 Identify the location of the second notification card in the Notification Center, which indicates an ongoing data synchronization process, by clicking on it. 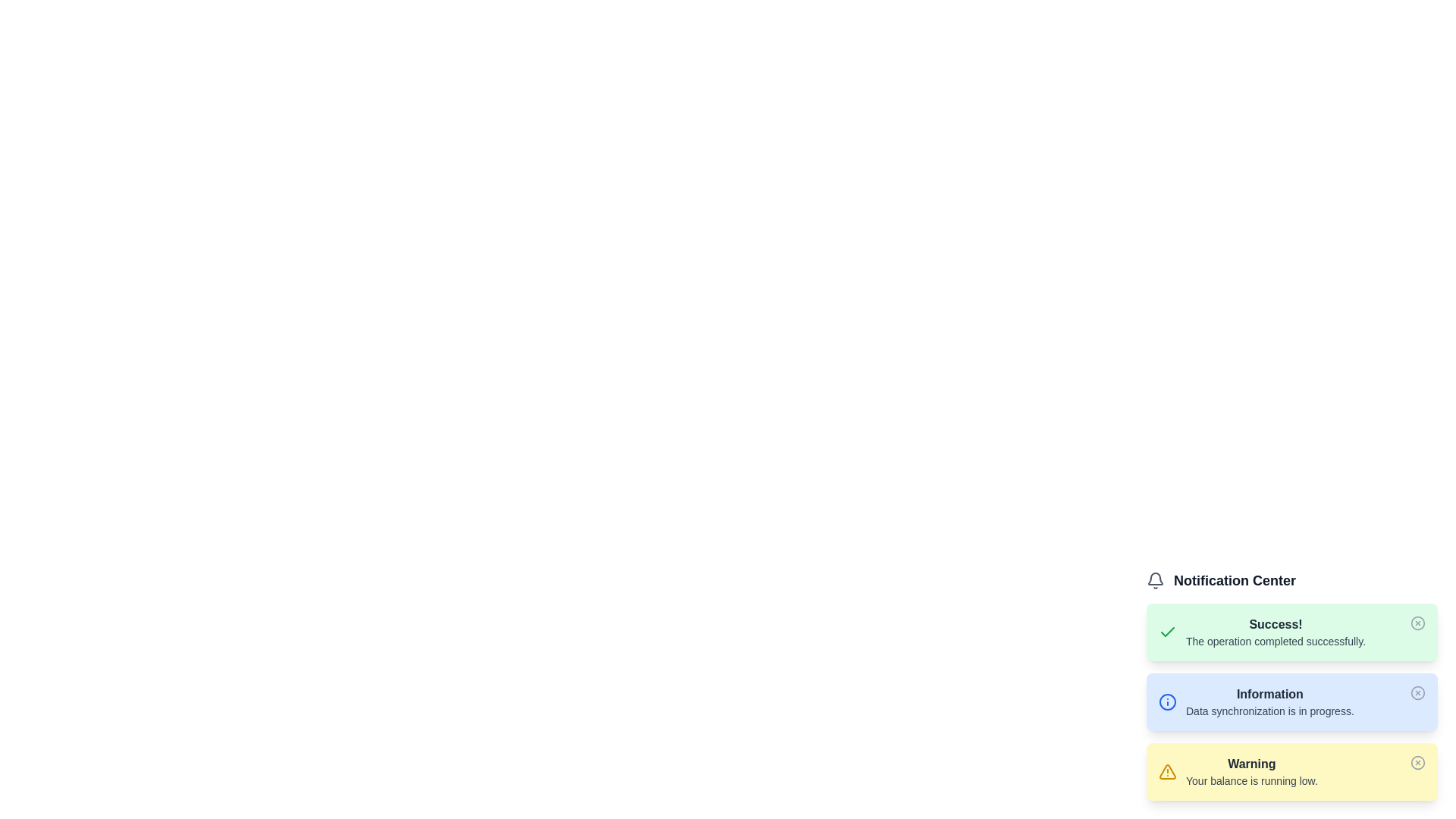
(1256, 701).